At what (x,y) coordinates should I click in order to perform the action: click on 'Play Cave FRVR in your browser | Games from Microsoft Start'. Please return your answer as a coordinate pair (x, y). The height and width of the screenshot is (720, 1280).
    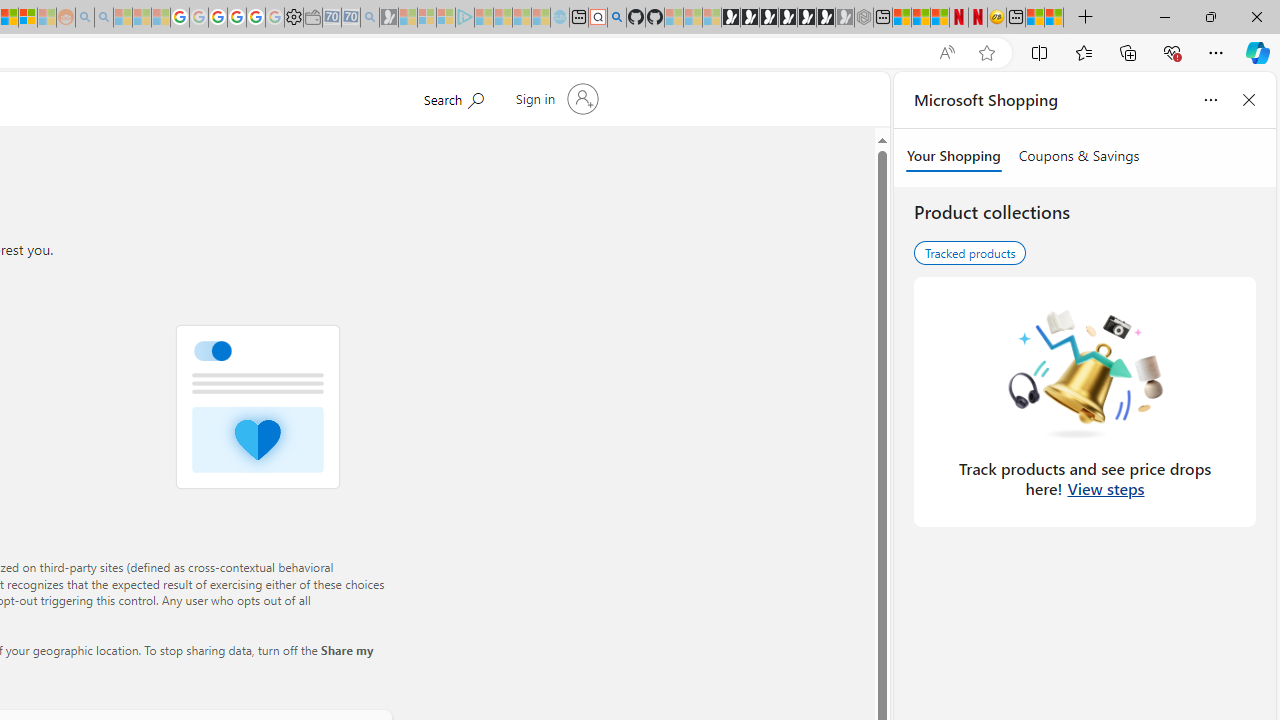
    Looking at the image, I should click on (768, 17).